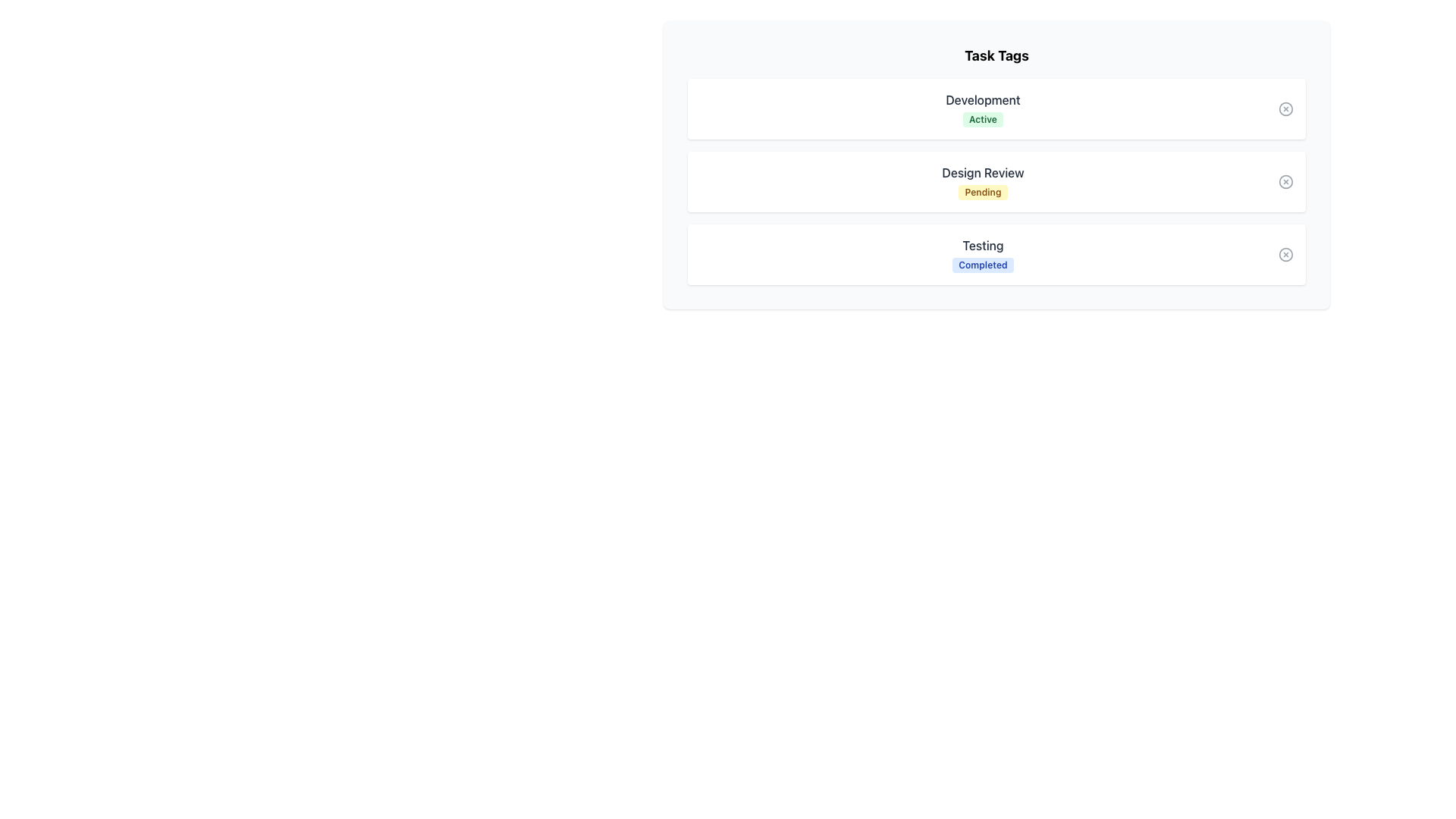 The image size is (1456, 819). I want to click on the circular outline of the close button icon adjacent to the 'Testing' task tag, so click(1285, 253).